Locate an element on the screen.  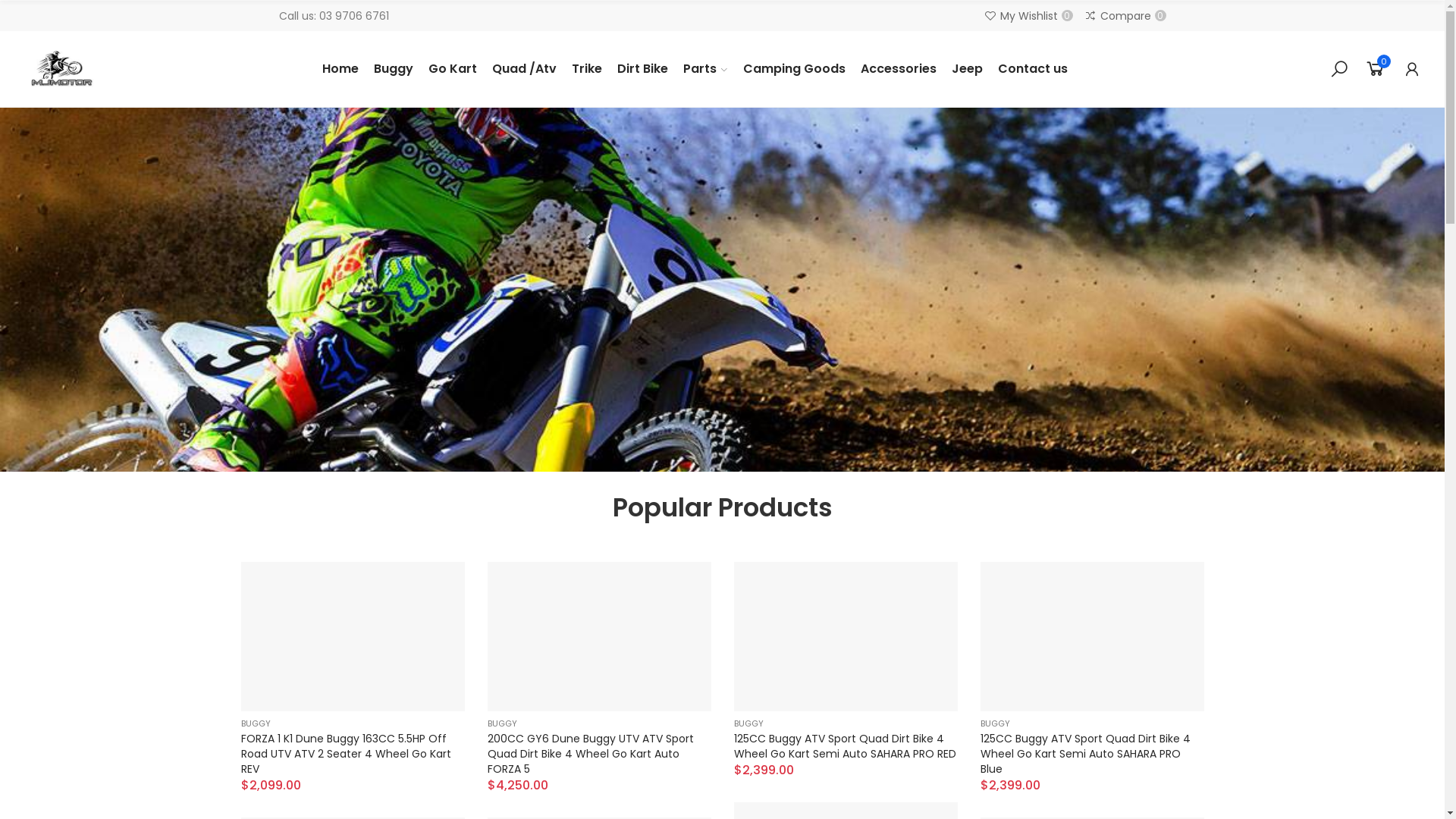
'Jeep' is located at coordinates (966, 69).